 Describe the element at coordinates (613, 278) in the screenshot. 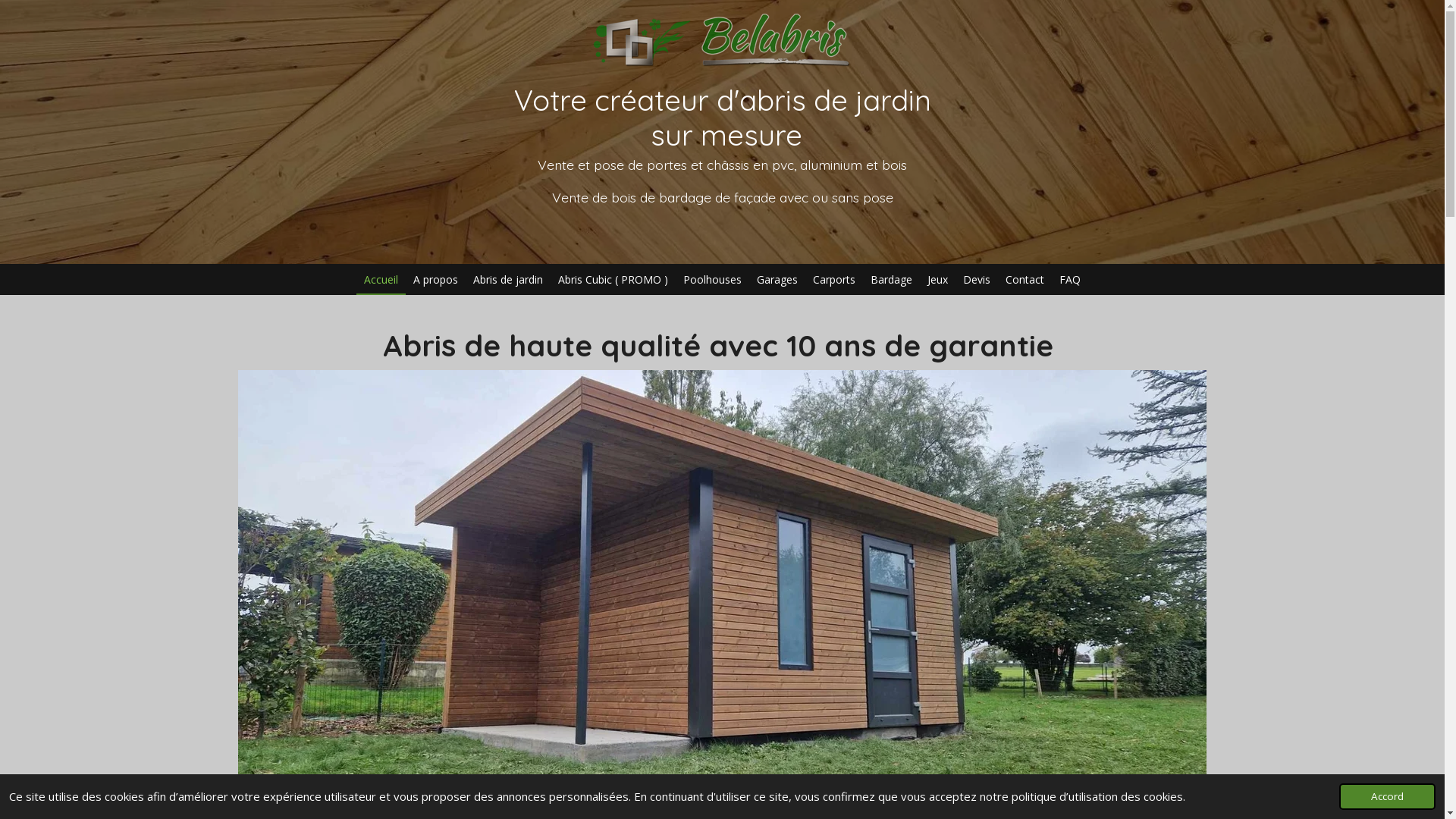

I see `'Abris Cubic ( PROMO )'` at that location.